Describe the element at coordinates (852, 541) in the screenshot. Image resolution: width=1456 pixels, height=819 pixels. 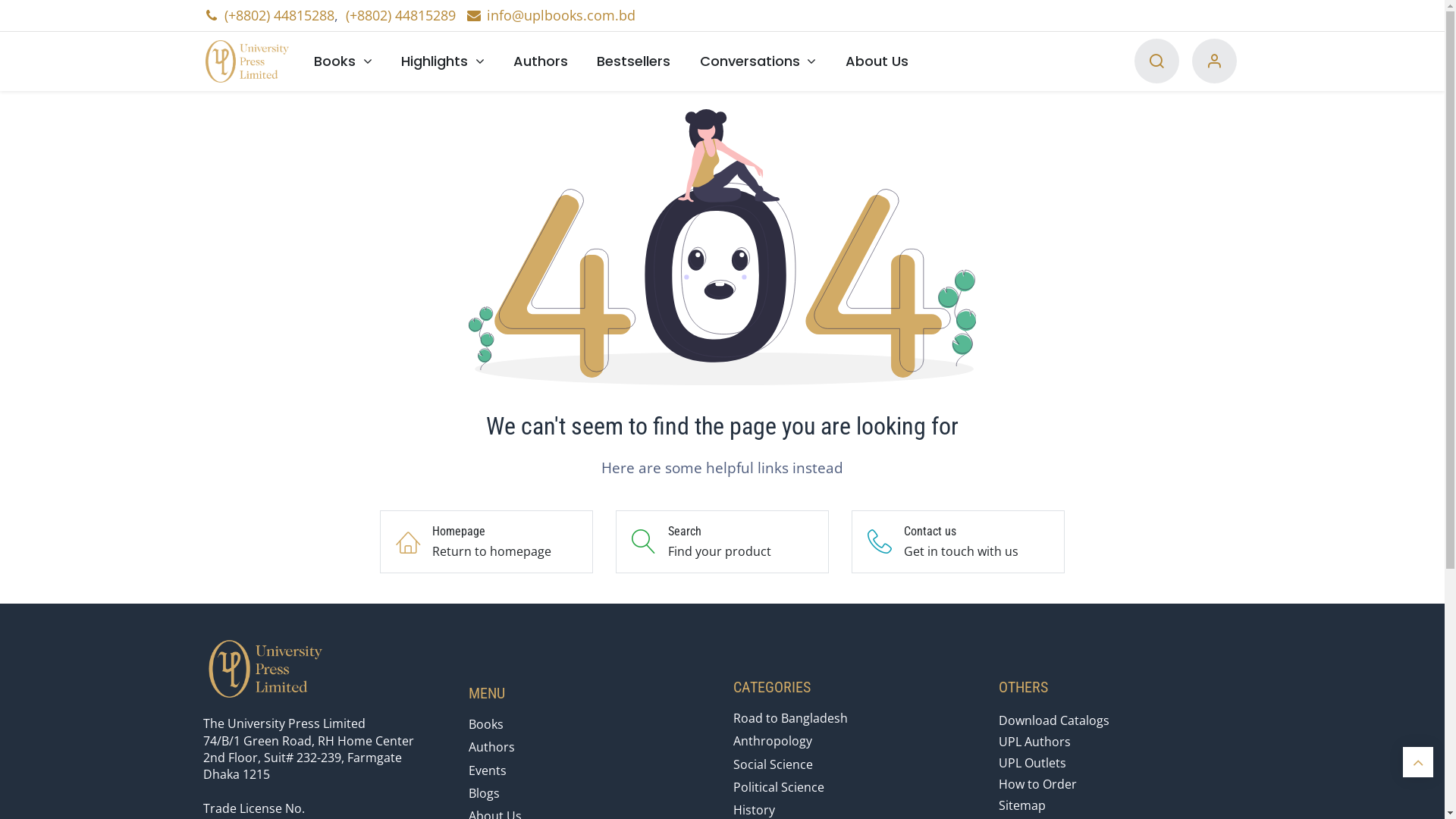
I see `'Contact us` at that location.